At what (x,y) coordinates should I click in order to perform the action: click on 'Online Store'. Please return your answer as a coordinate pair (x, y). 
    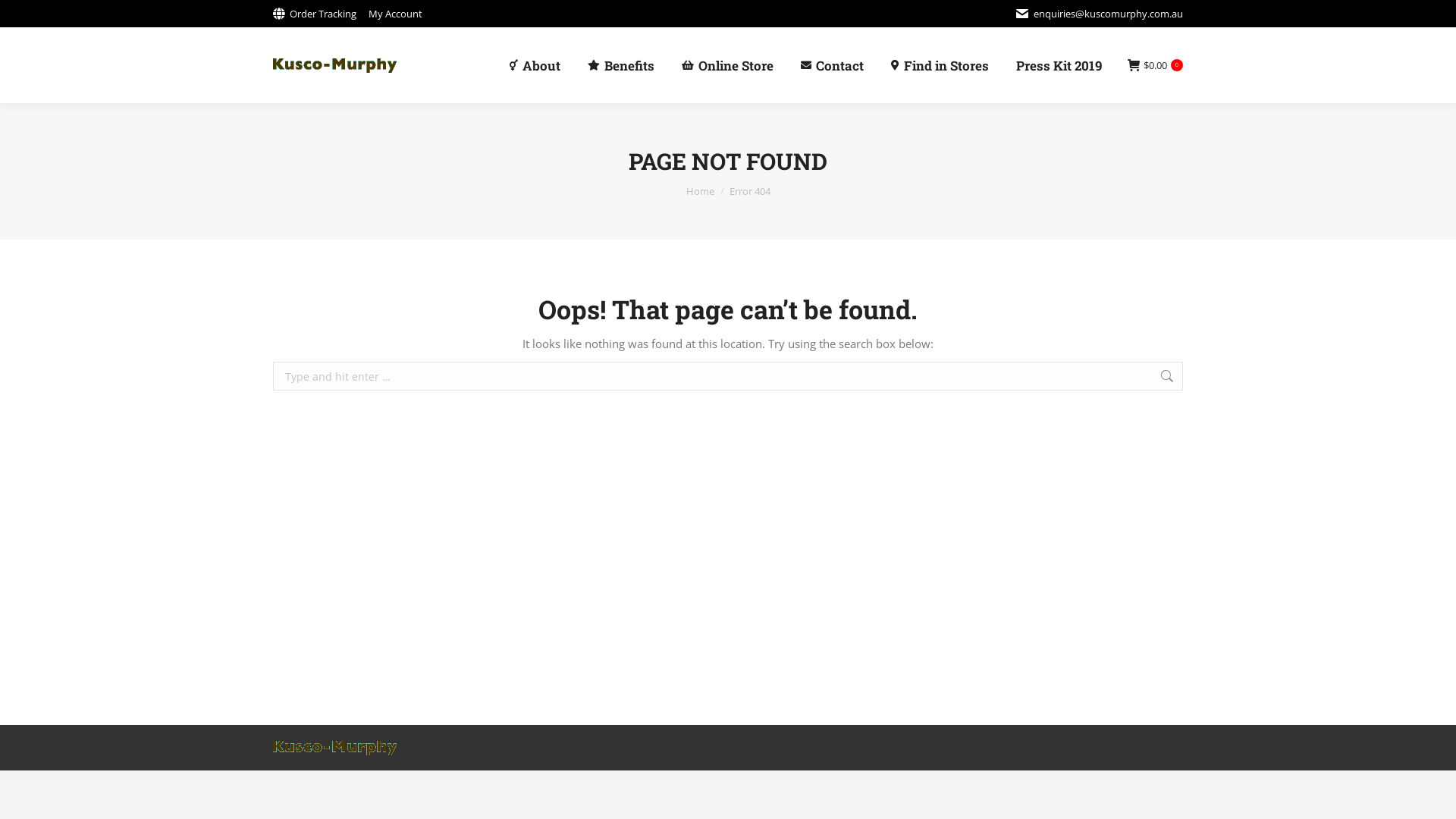
    Looking at the image, I should click on (726, 64).